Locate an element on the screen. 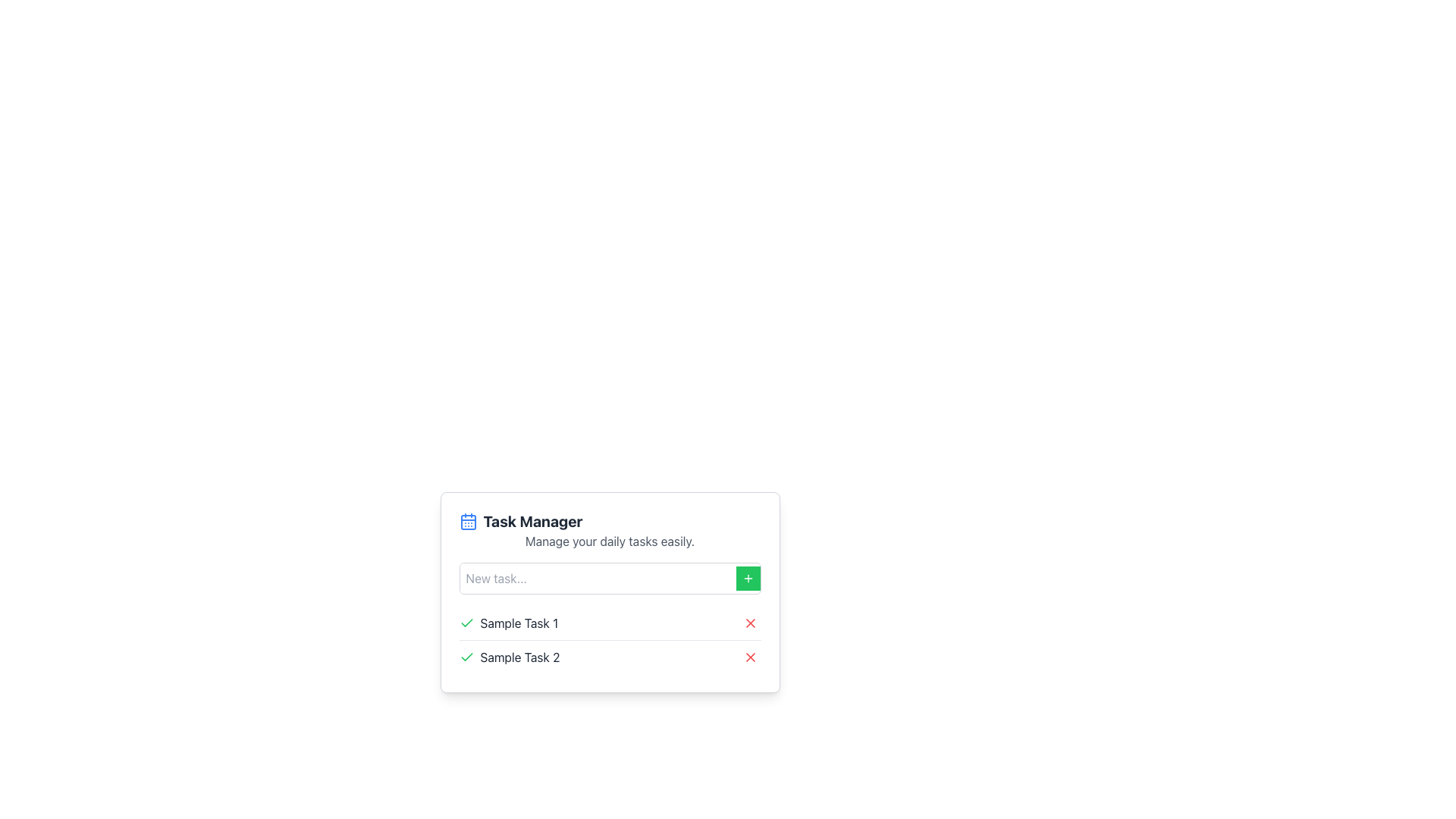 The height and width of the screenshot is (819, 1456). the green checkmark icon indicating completion, located to the left of the text 'Sample Task 1' is located at coordinates (466, 623).